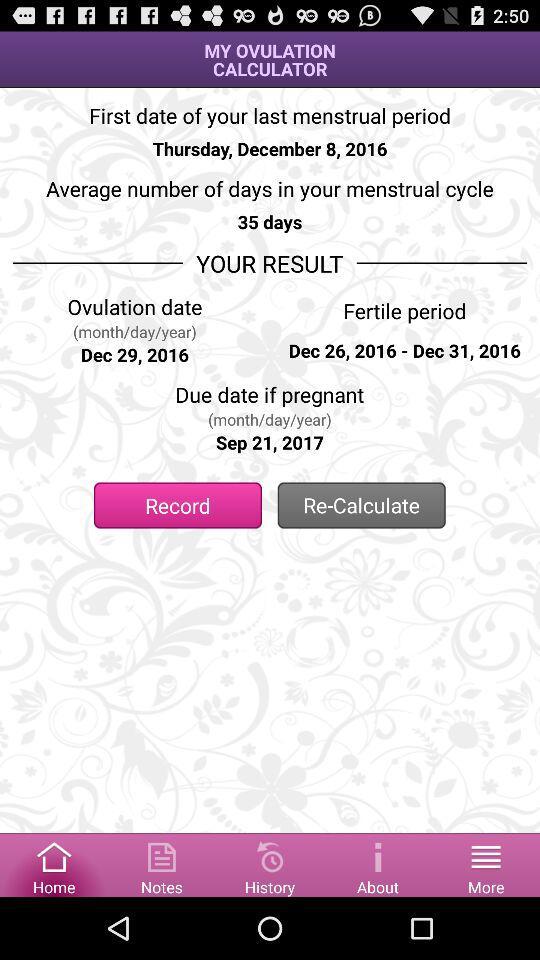 The height and width of the screenshot is (960, 540). What do you see at coordinates (485, 863) in the screenshot?
I see `more` at bounding box center [485, 863].